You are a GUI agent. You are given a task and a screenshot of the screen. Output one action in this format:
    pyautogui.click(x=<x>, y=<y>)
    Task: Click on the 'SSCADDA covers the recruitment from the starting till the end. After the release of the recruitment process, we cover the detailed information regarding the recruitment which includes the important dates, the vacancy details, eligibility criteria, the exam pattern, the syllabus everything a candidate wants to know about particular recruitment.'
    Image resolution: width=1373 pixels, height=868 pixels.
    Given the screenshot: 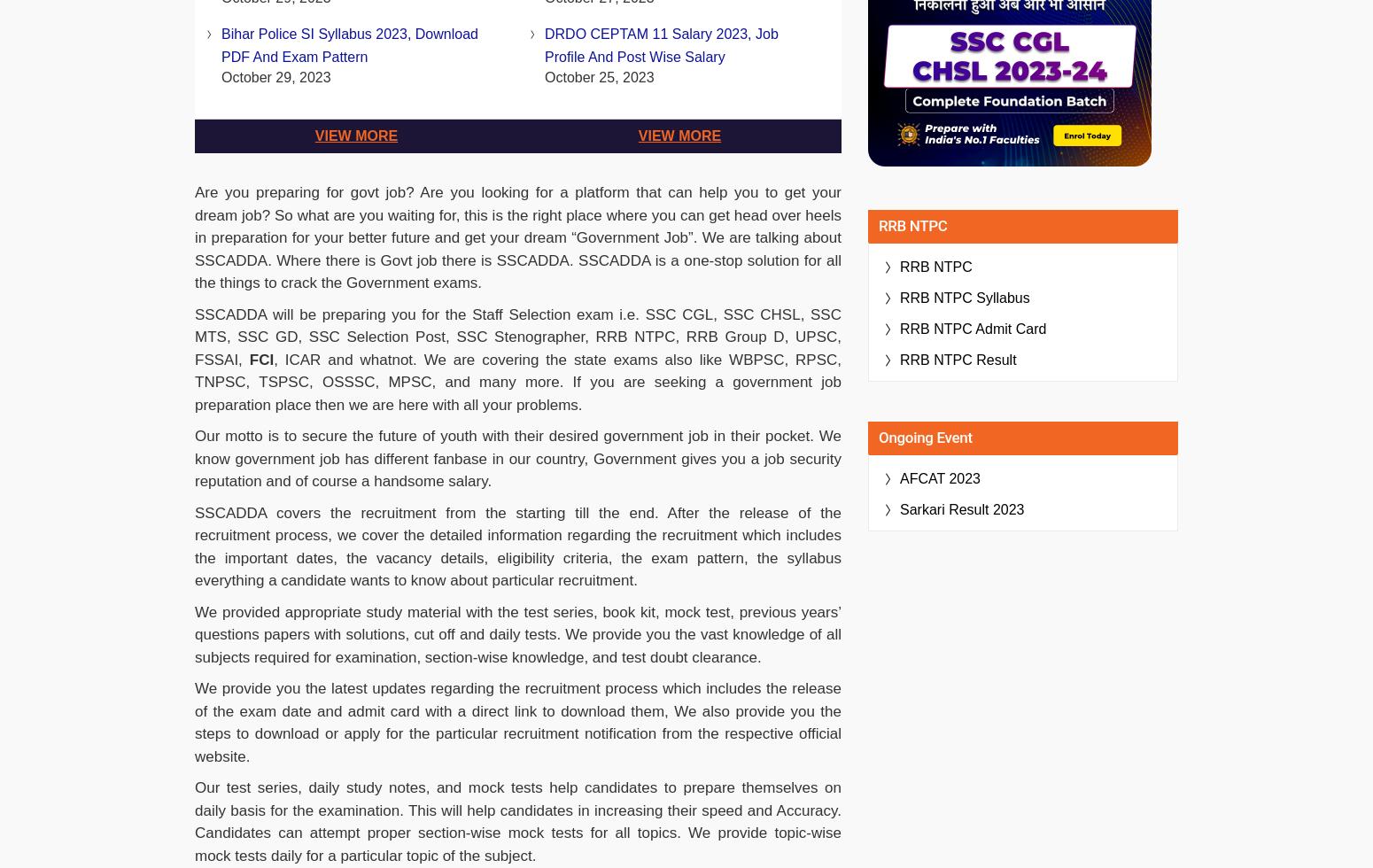 What is the action you would take?
    pyautogui.click(x=517, y=546)
    